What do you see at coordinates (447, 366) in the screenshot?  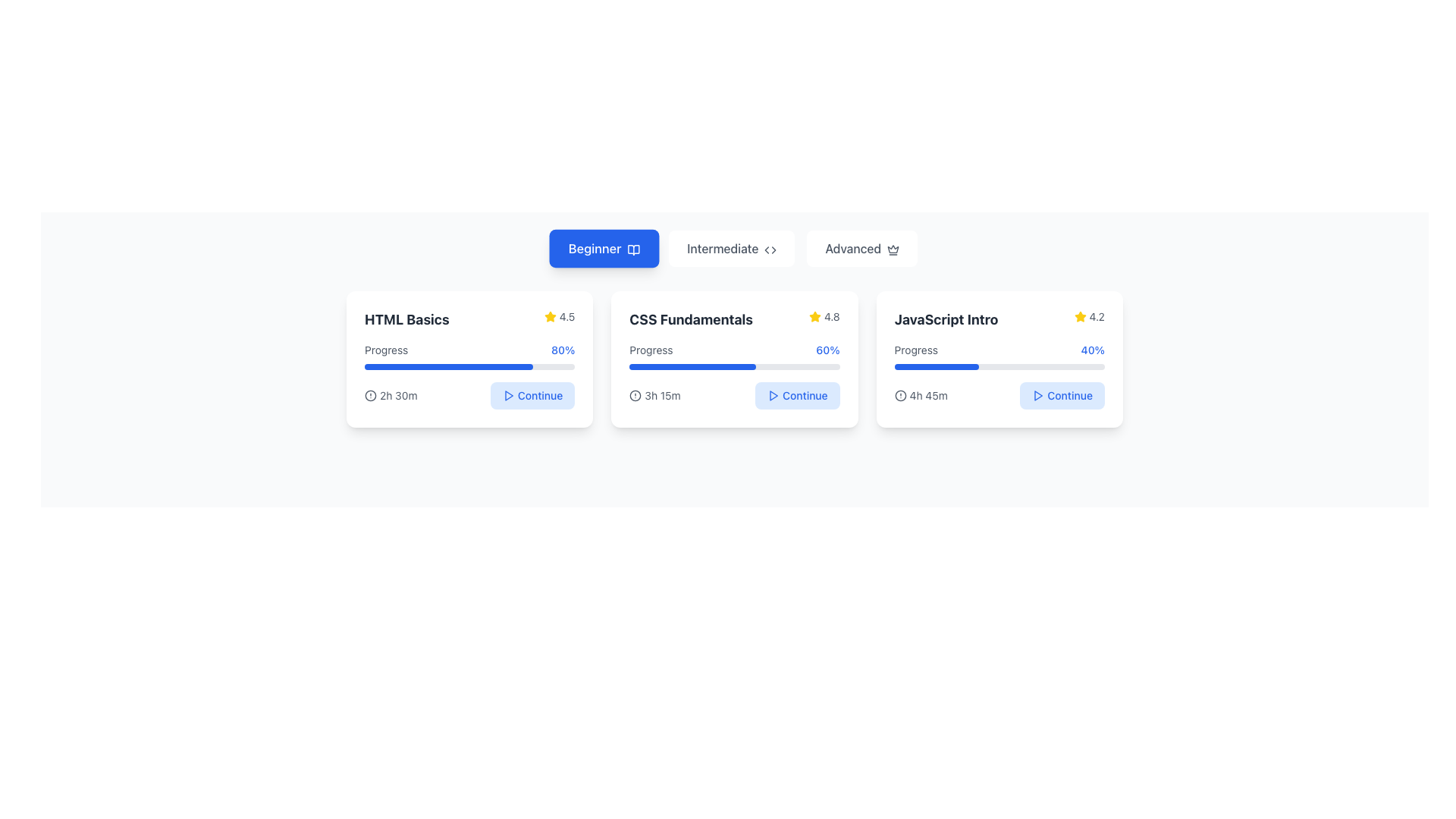 I see `the filled portion of the Progress Bar that displays 80% completion for the HTML Basics course, which is located below the 'Beginner' tab` at bounding box center [447, 366].